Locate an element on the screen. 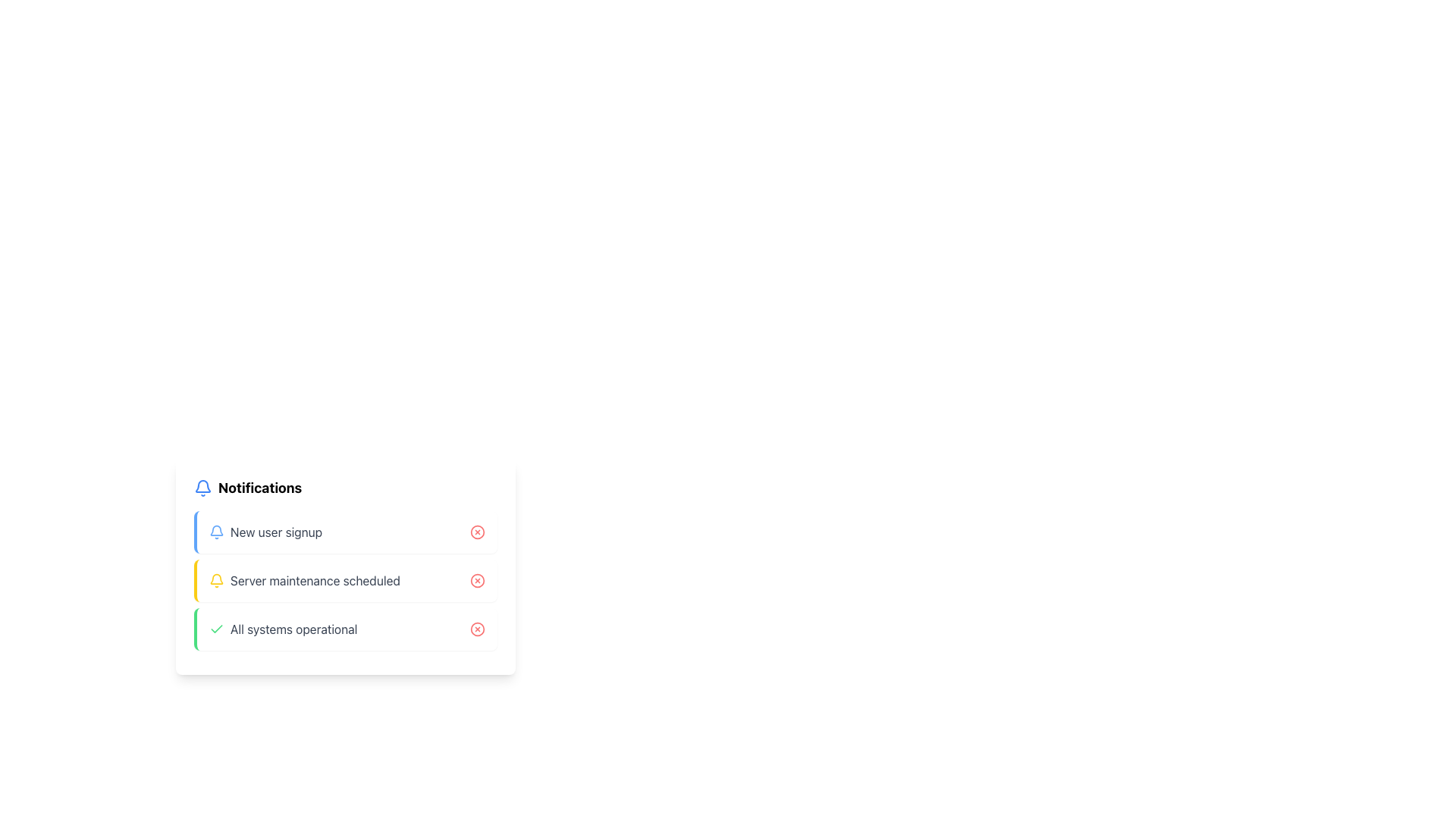  the blue outlined bell icon located next to the 'Notifications' label in the header of the notification list is located at coordinates (202, 488).